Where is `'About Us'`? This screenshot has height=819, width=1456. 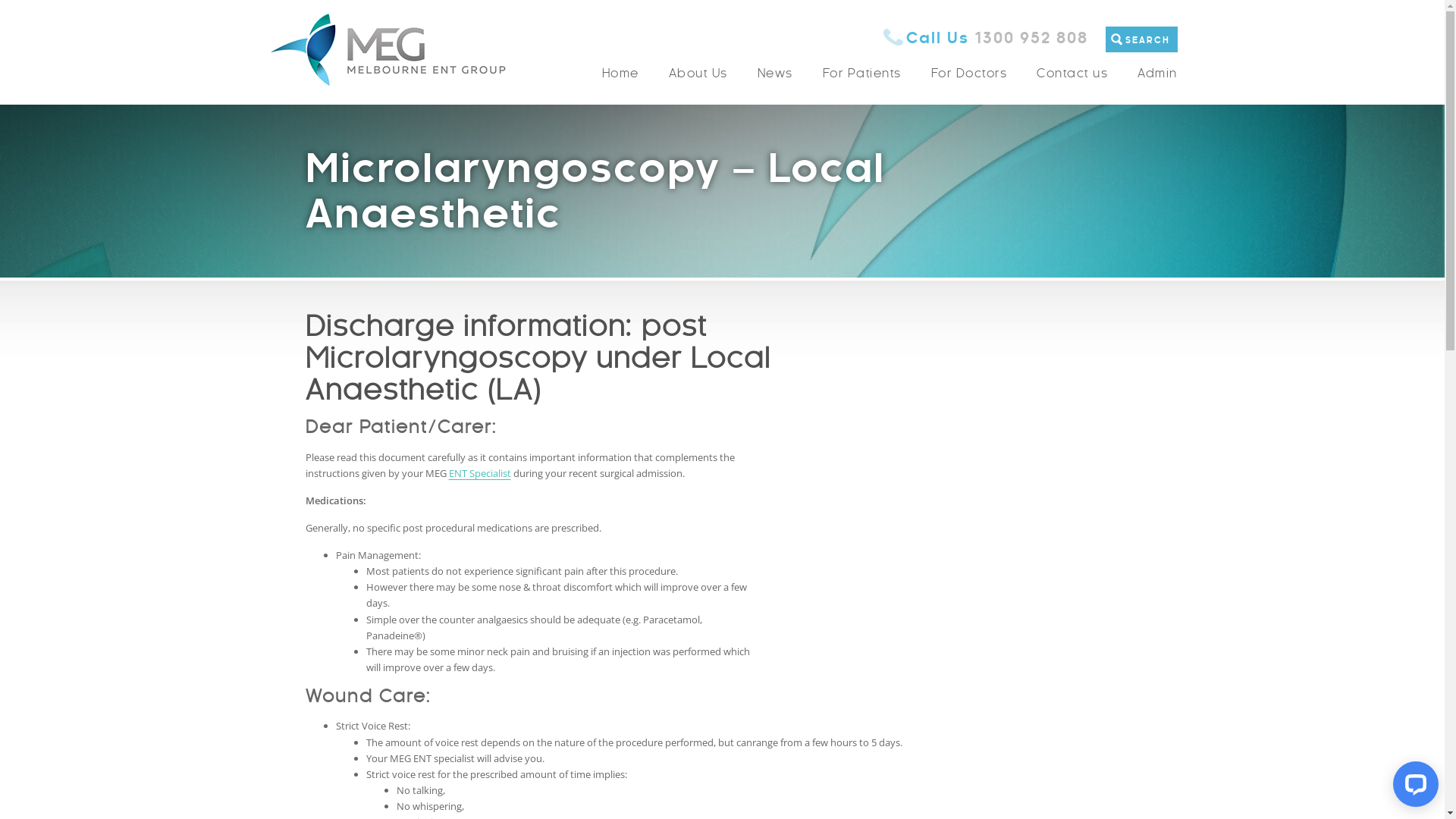 'About Us' is located at coordinates (698, 74).